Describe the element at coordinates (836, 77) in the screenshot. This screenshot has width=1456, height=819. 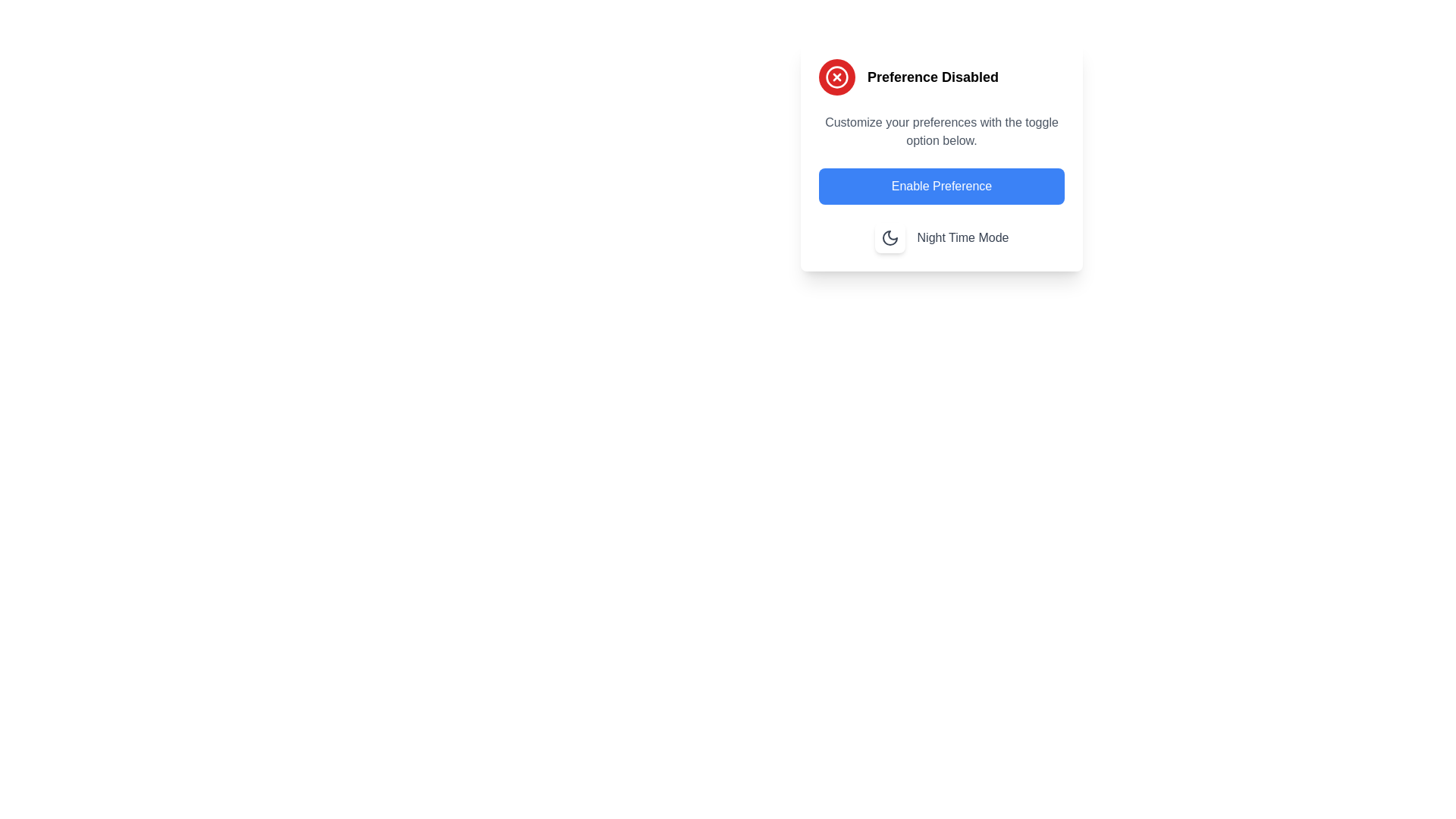
I see `the icon indicating a disabled or error state related to preferences, located to the left of the 'Preference Disabled' text` at that location.